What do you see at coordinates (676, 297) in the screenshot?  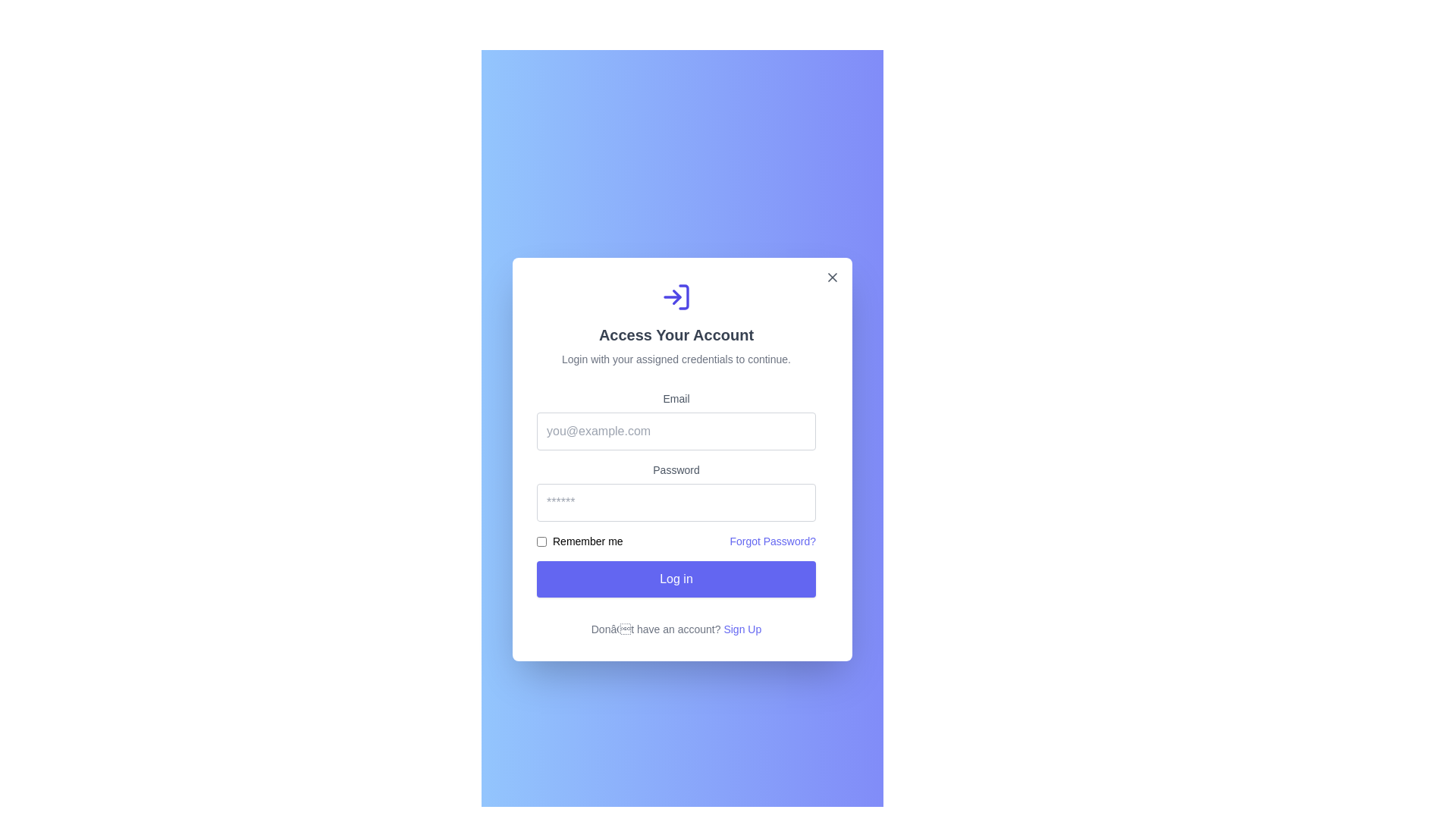 I see `the 'Log In' or 'Sign In' icon located at the top of the modal dialog, centered horizontally and above the text 'Access Your Account'` at bounding box center [676, 297].